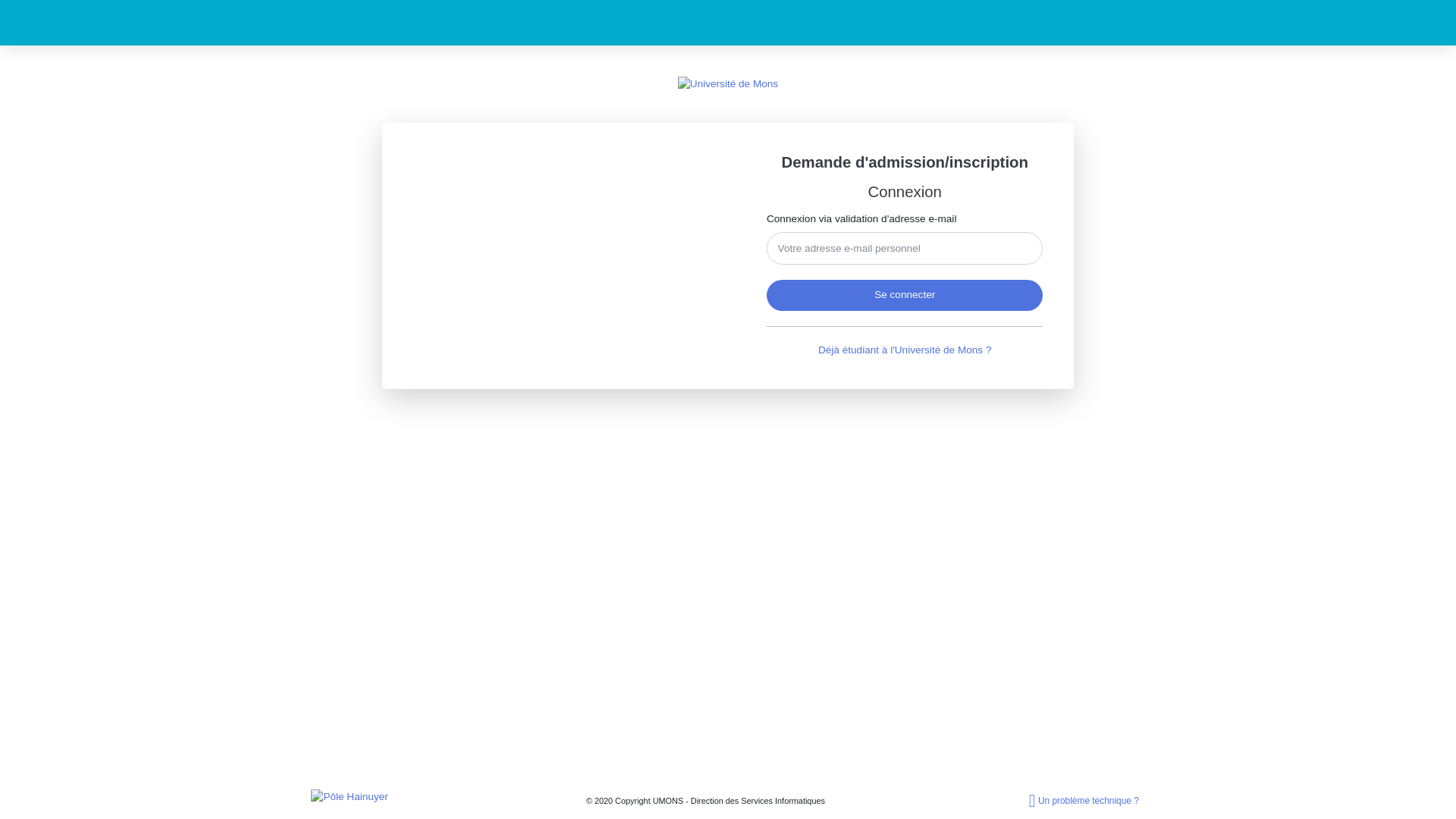  Describe the element at coordinates (905, 295) in the screenshot. I see `'Se connecter'` at that location.